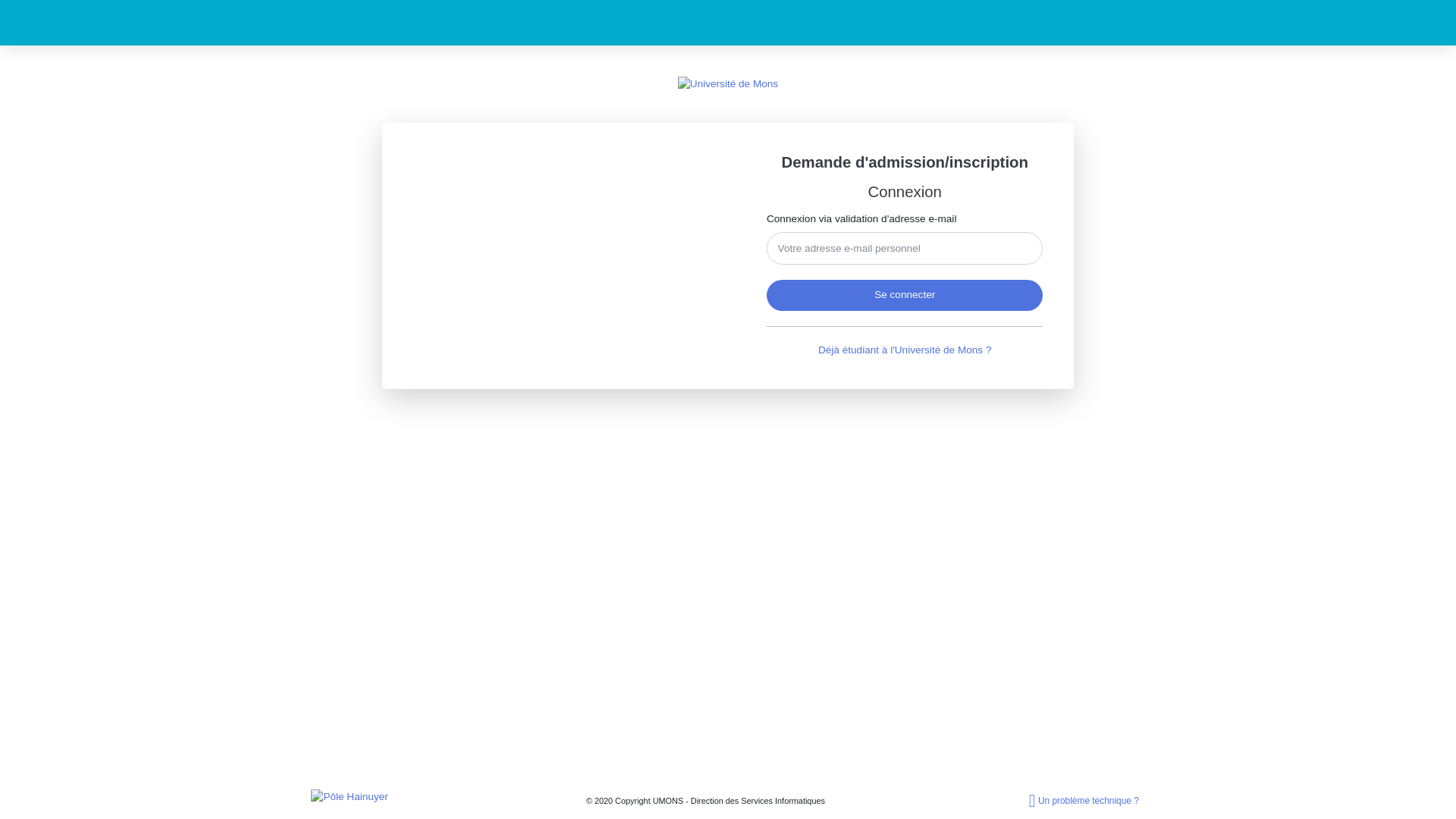  Describe the element at coordinates (905, 295) in the screenshot. I see `'Se connecter'` at that location.